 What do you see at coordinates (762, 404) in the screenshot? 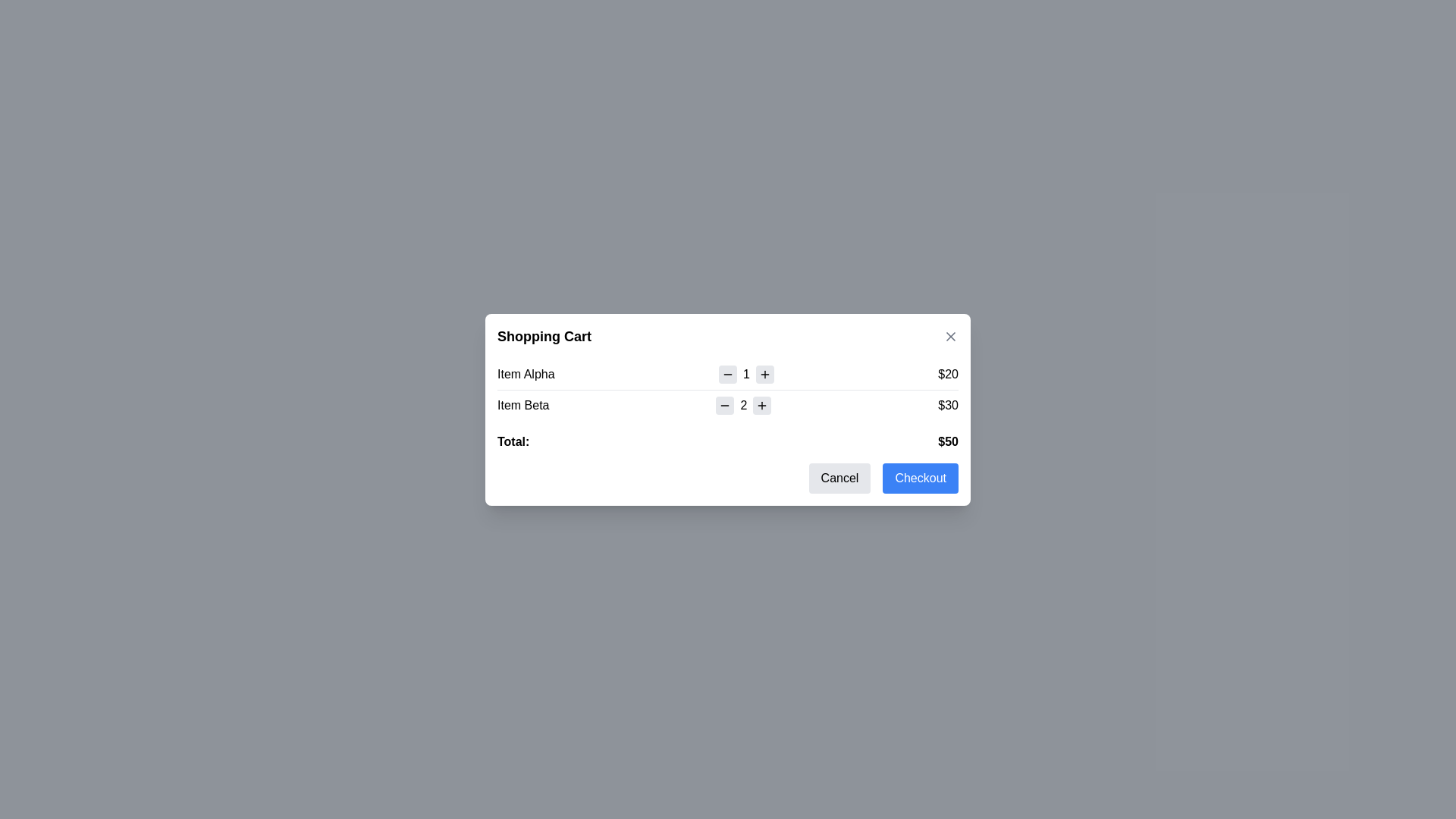
I see `the plus icon button located in the second row of the cart items table, to increment the quantity of the item 'Beta'` at bounding box center [762, 404].